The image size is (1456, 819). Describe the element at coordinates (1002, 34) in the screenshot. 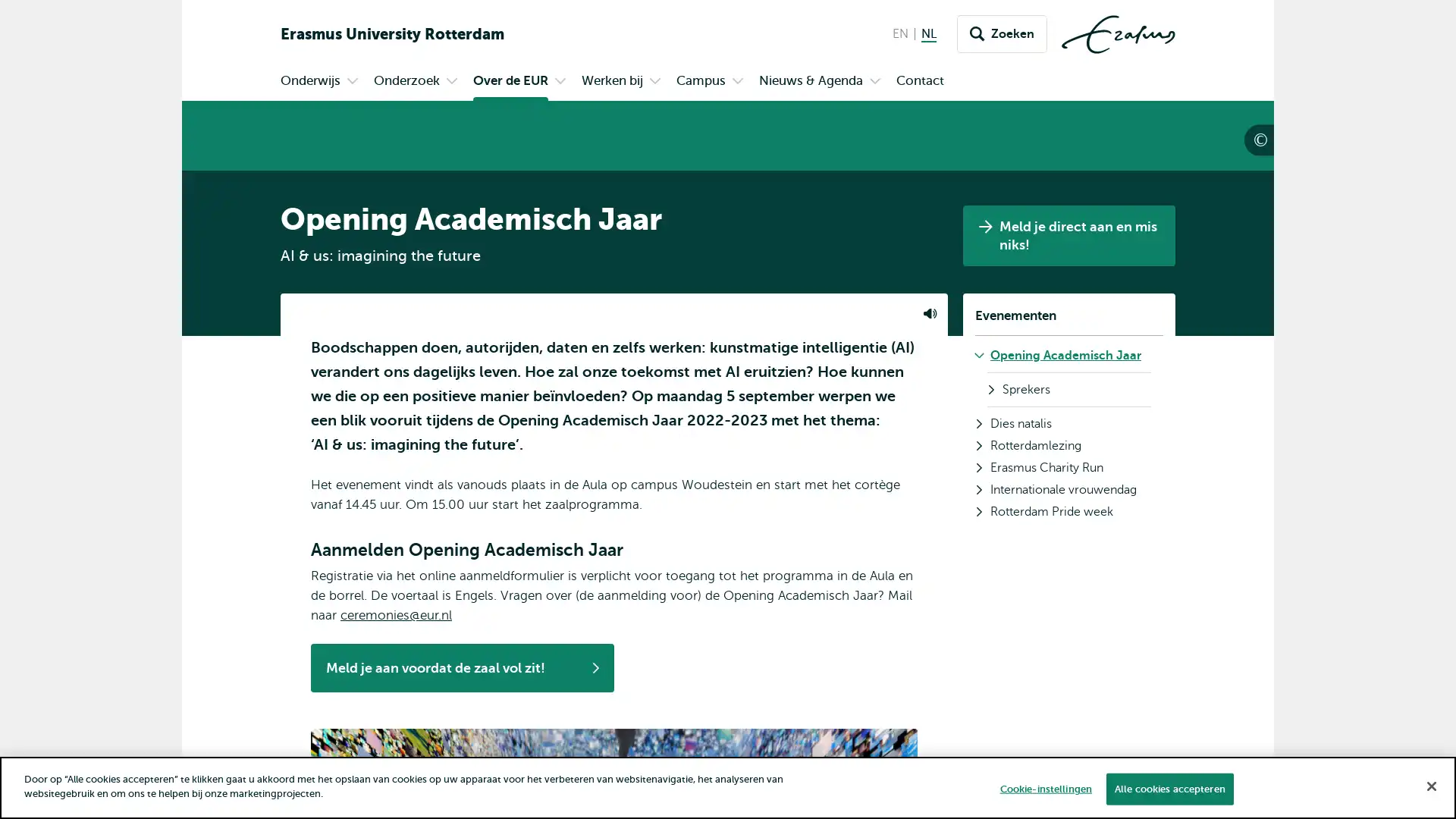

I see `Zoeken` at that location.